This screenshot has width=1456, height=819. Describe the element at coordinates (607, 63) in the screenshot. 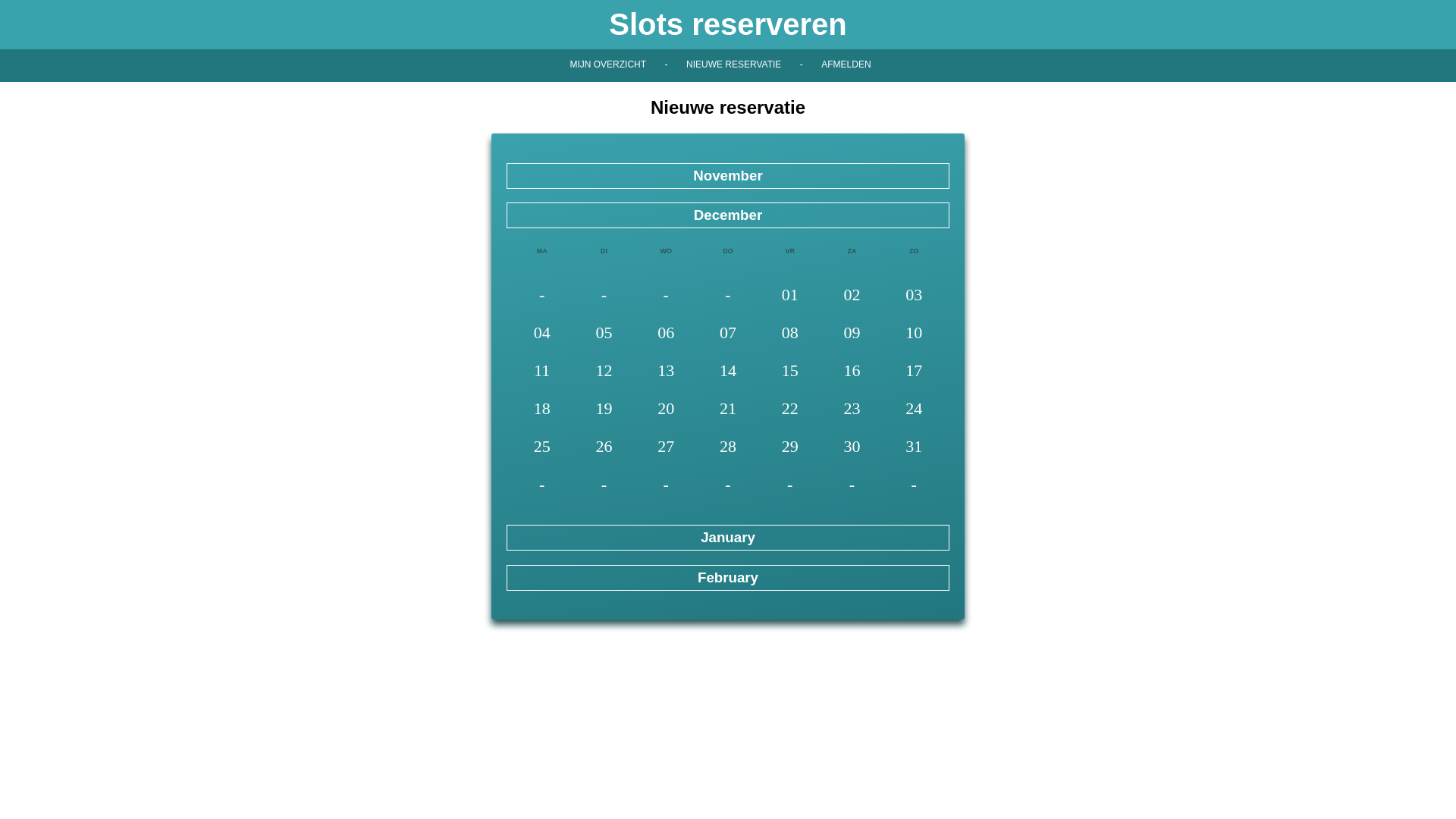

I see `'MIJN OVERZICHT'` at that location.